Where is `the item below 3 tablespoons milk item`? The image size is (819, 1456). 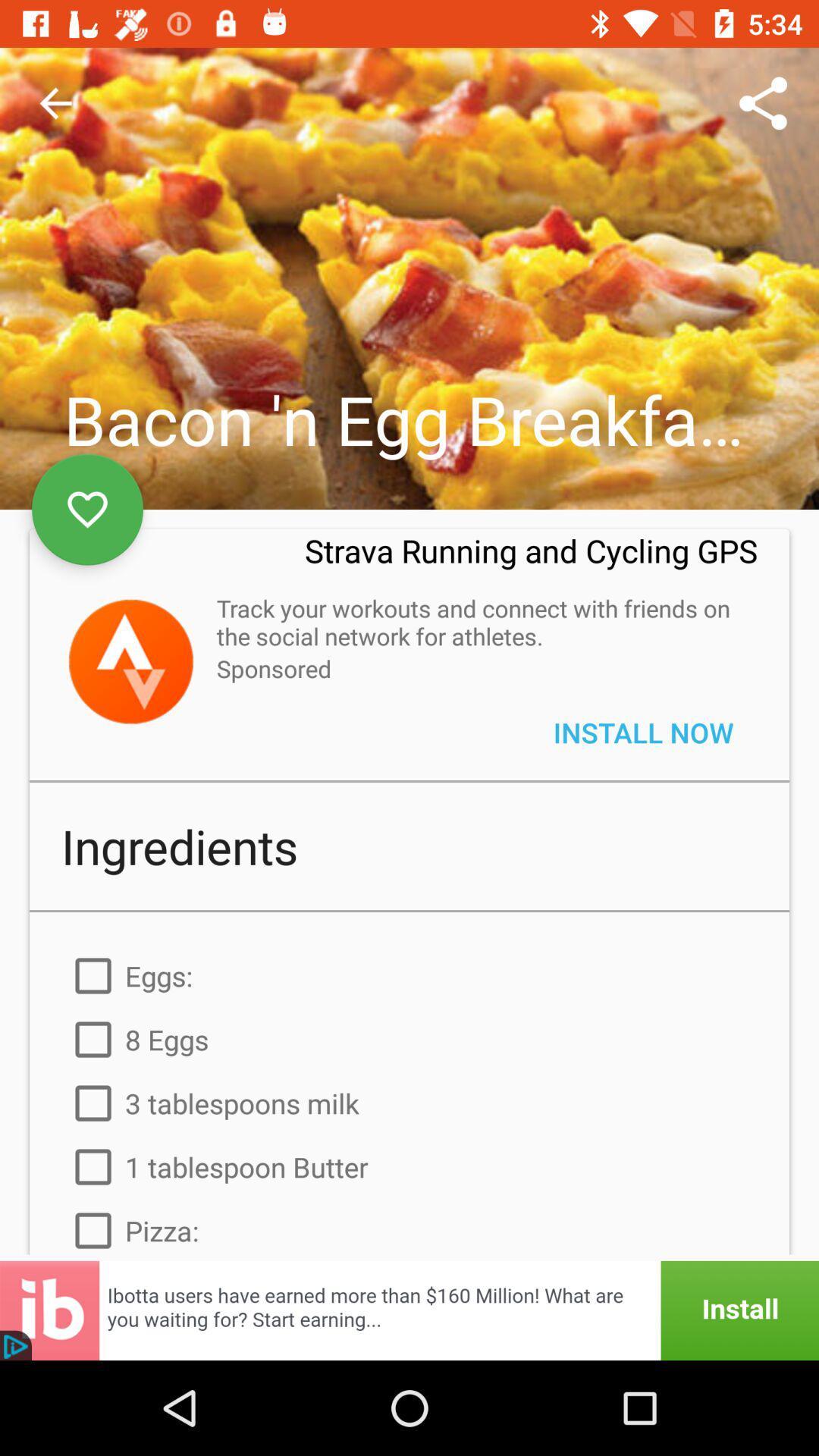
the item below 3 tablespoons milk item is located at coordinates (409, 1166).